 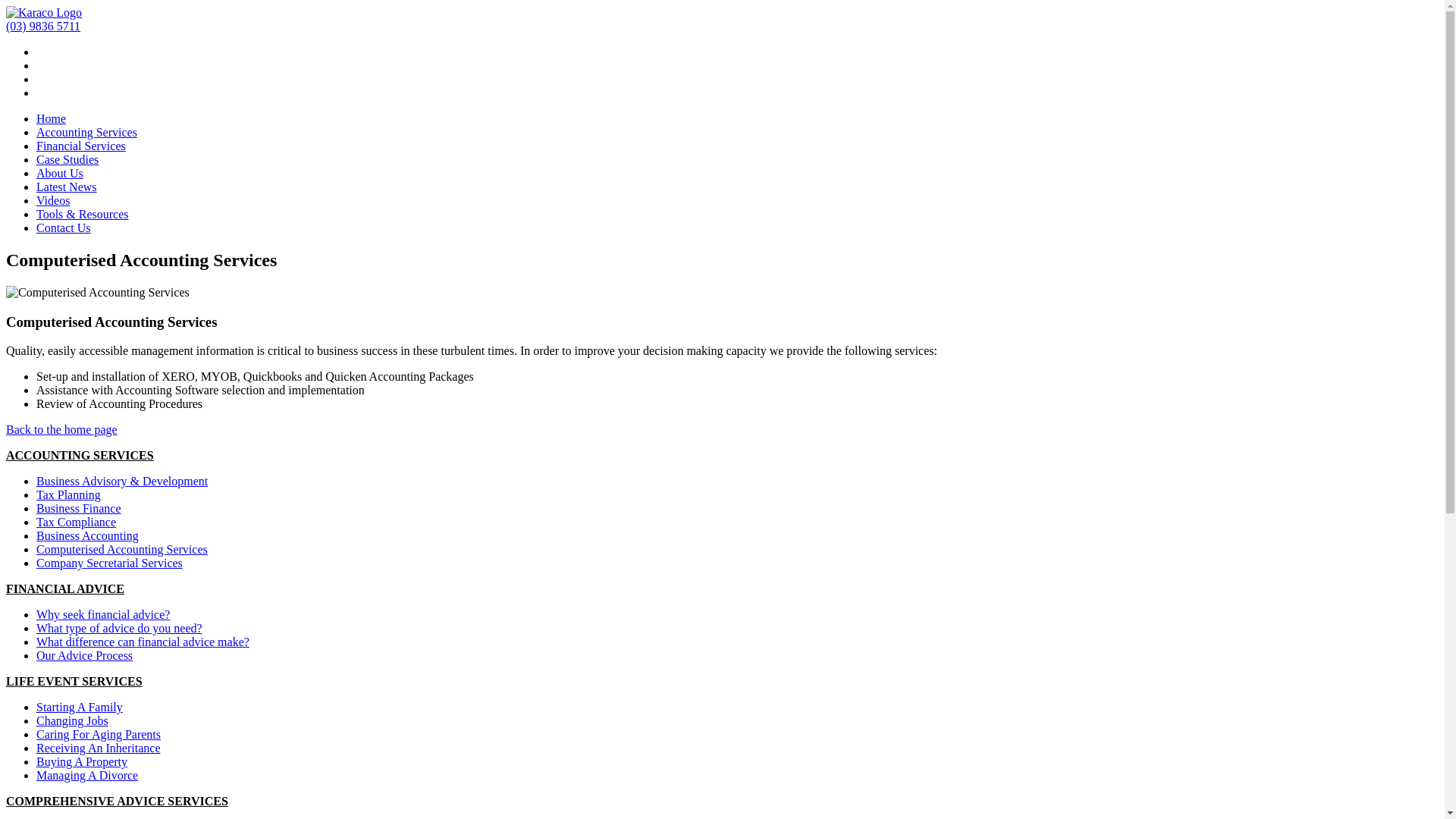 What do you see at coordinates (65, 186) in the screenshot?
I see `'Latest News'` at bounding box center [65, 186].